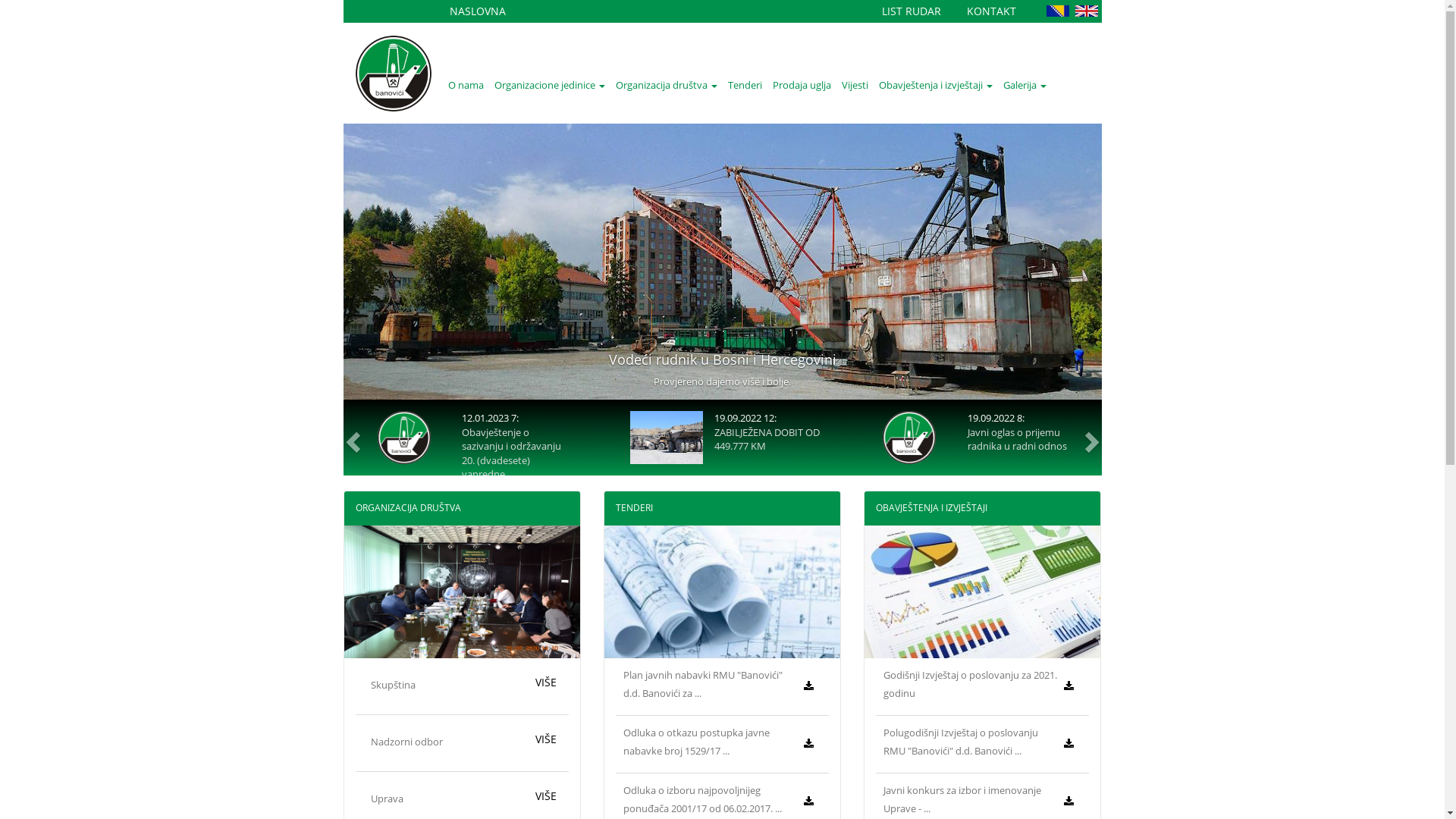 This screenshot has width=1456, height=819. I want to click on 'NASLOVNA', so click(475, 11).